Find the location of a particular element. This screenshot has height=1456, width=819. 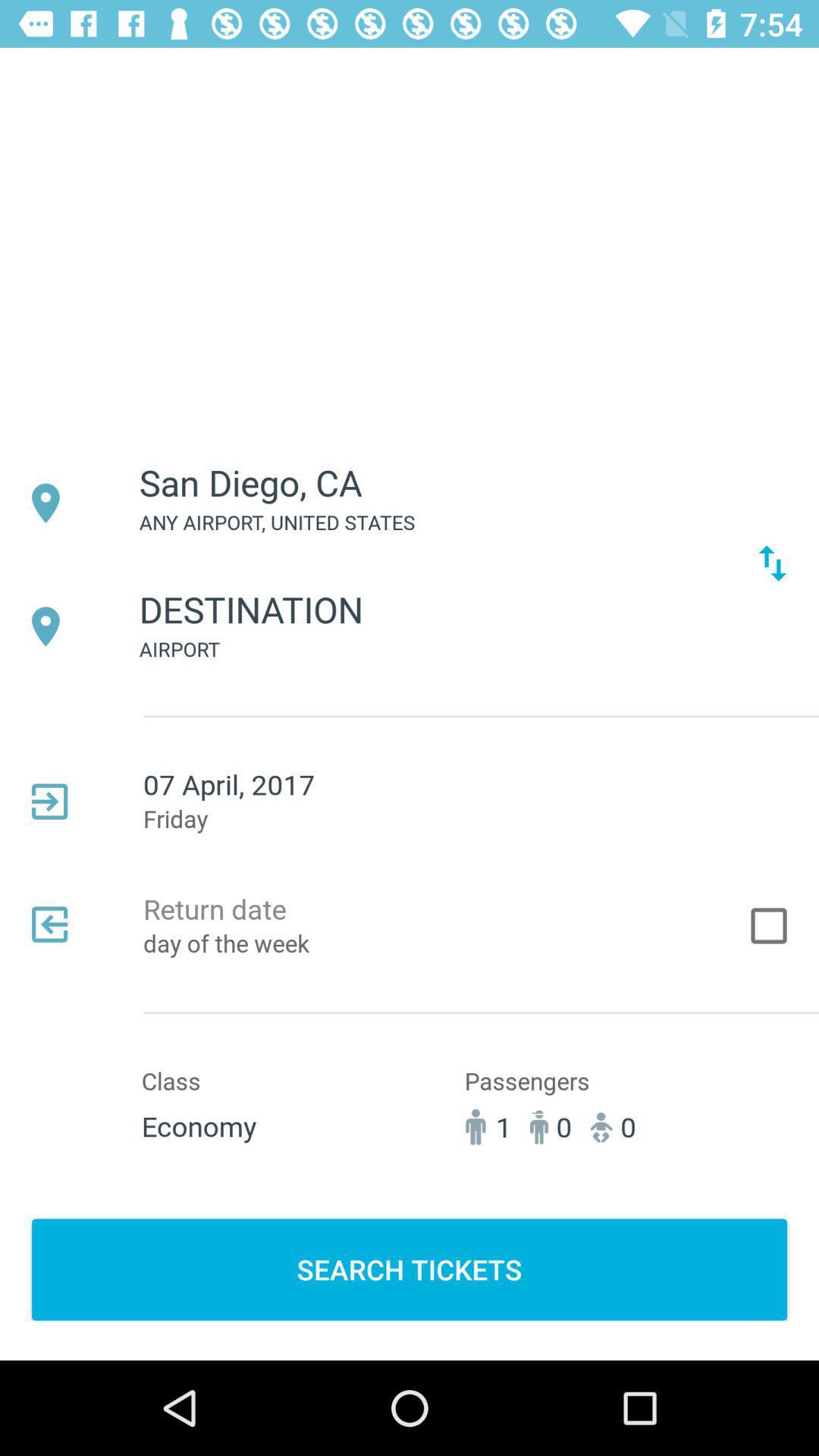

location icon left to san diego ca is located at coordinates (45, 503).